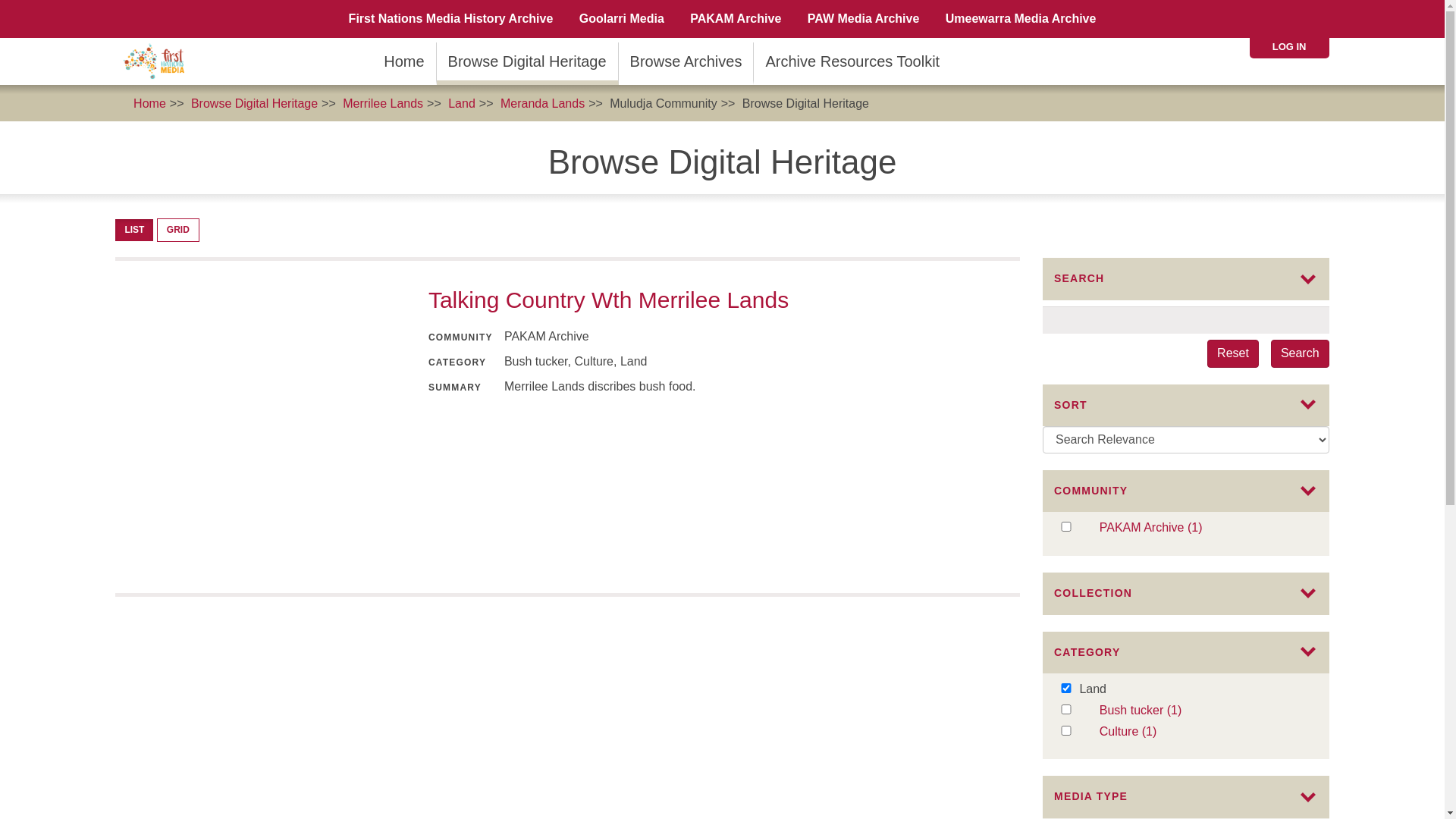  Describe the element at coordinates (686, 61) in the screenshot. I see `'Browse Archives'` at that location.